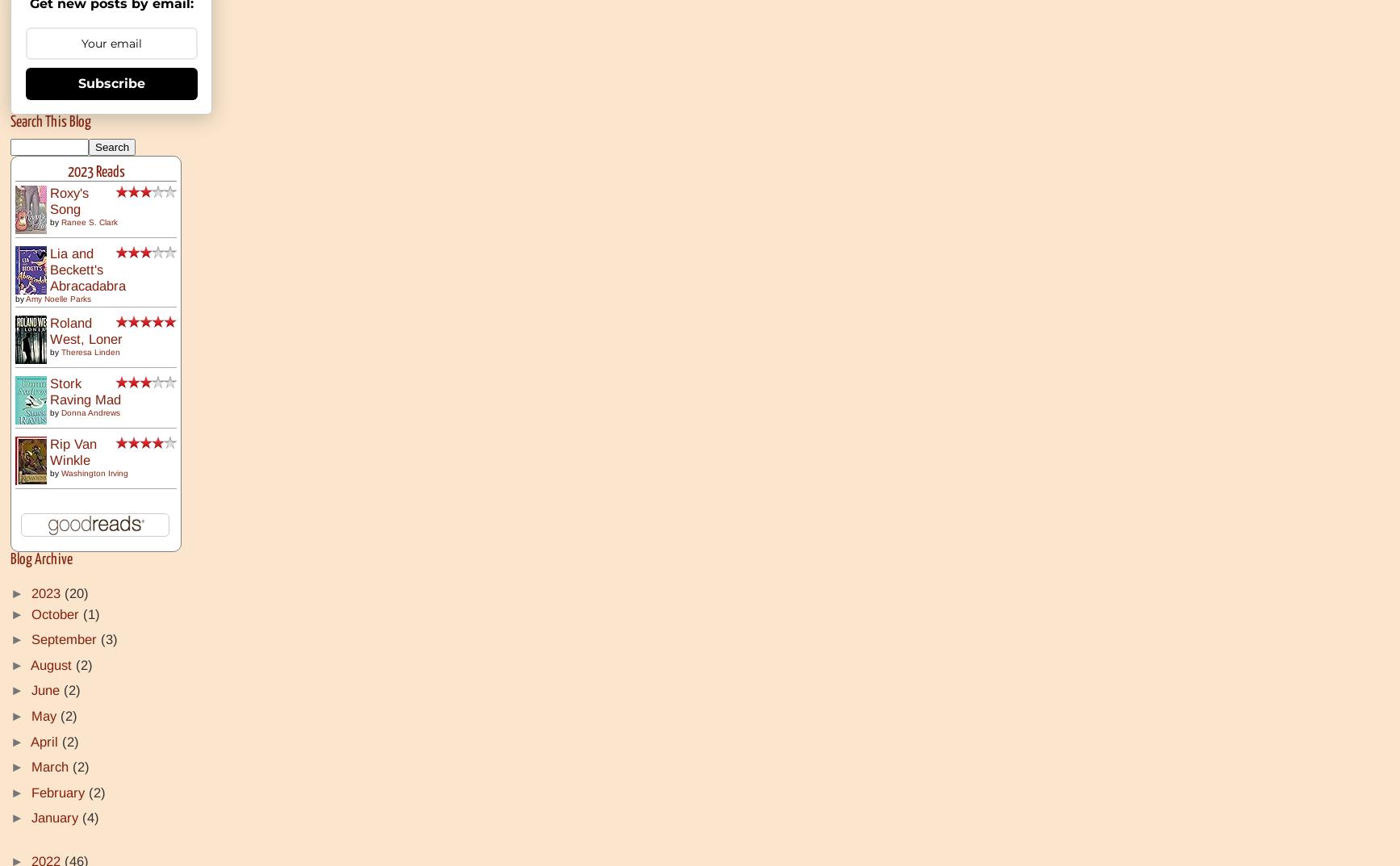 The height and width of the screenshot is (866, 1400). Describe the element at coordinates (41, 559) in the screenshot. I see `'Blog Archive'` at that location.